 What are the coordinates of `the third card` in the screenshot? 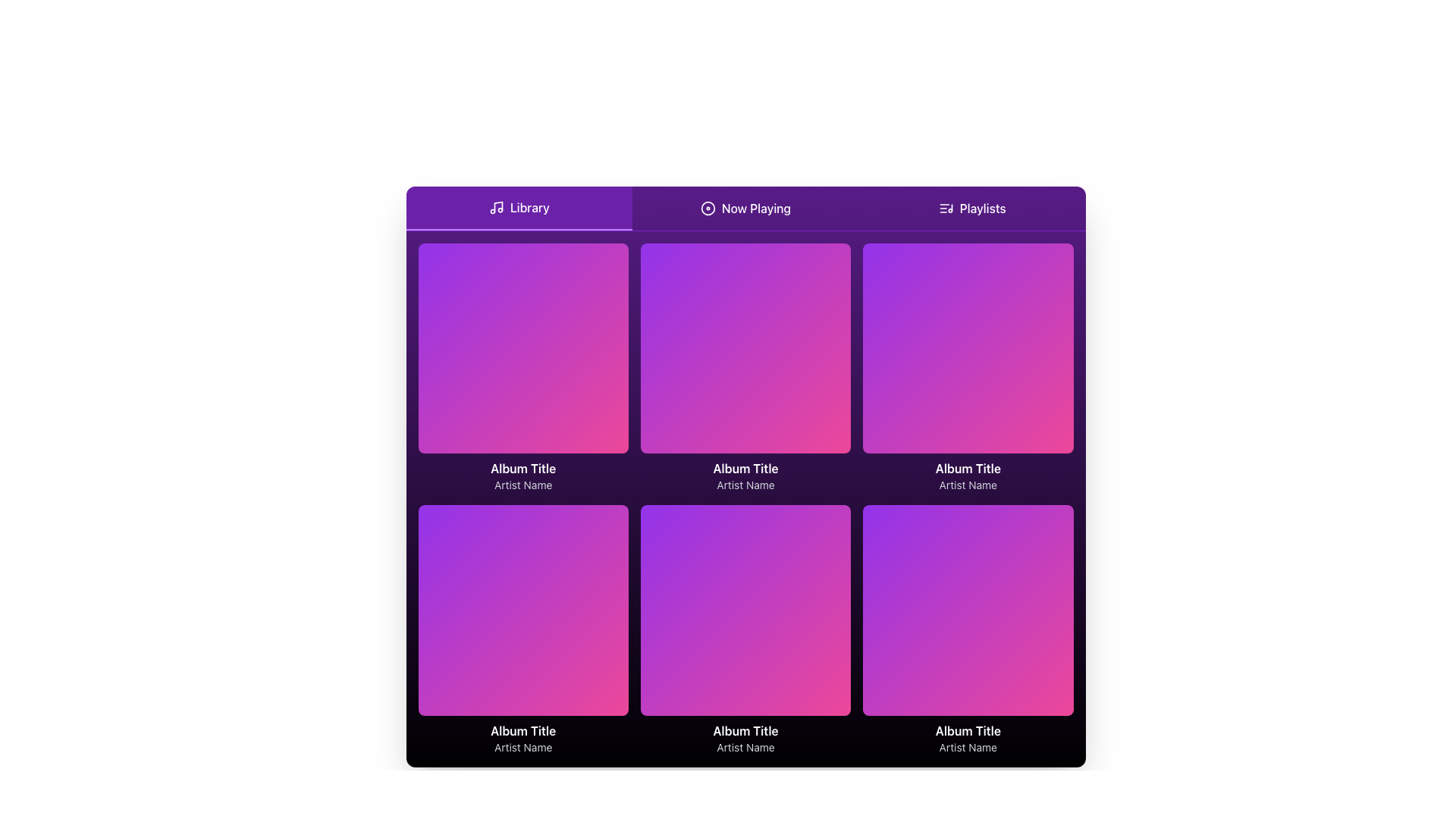 It's located at (967, 368).